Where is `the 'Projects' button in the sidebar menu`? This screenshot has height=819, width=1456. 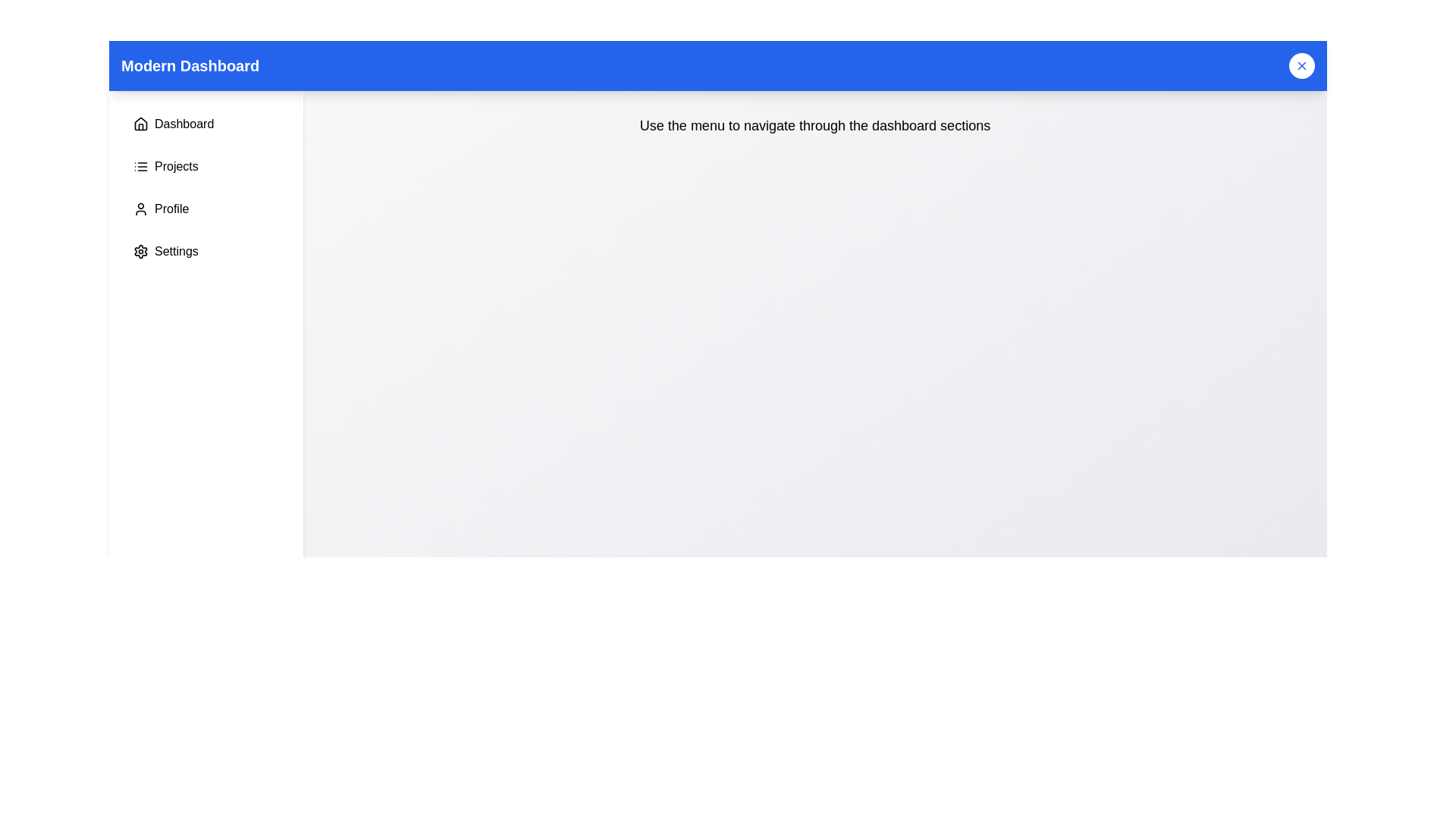 the 'Projects' button in the sidebar menu is located at coordinates (206, 166).